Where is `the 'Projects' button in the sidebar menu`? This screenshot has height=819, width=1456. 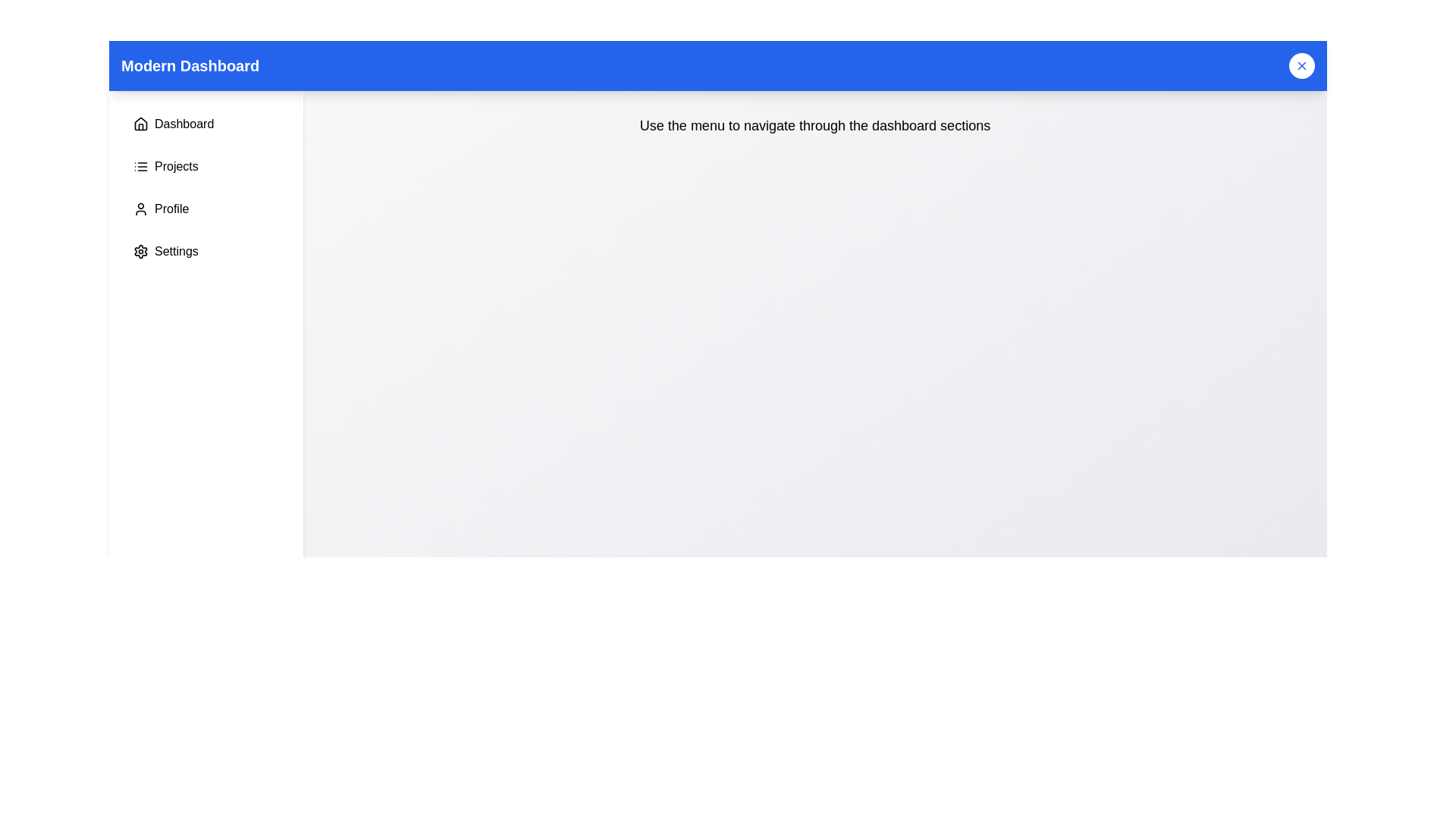 the 'Projects' button in the sidebar menu is located at coordinates (206, 166).